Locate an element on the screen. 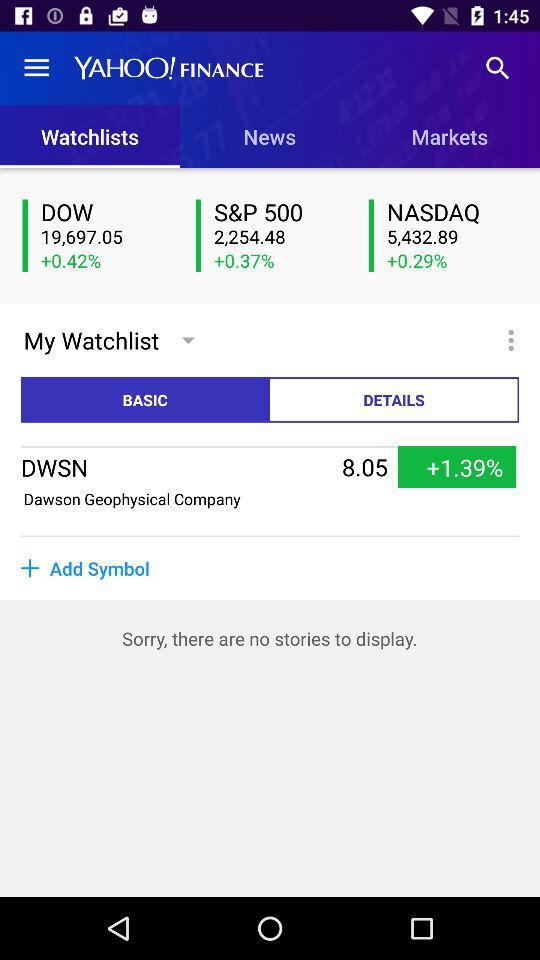  the item above +0.29% icon is located at coordinates (452, 237).